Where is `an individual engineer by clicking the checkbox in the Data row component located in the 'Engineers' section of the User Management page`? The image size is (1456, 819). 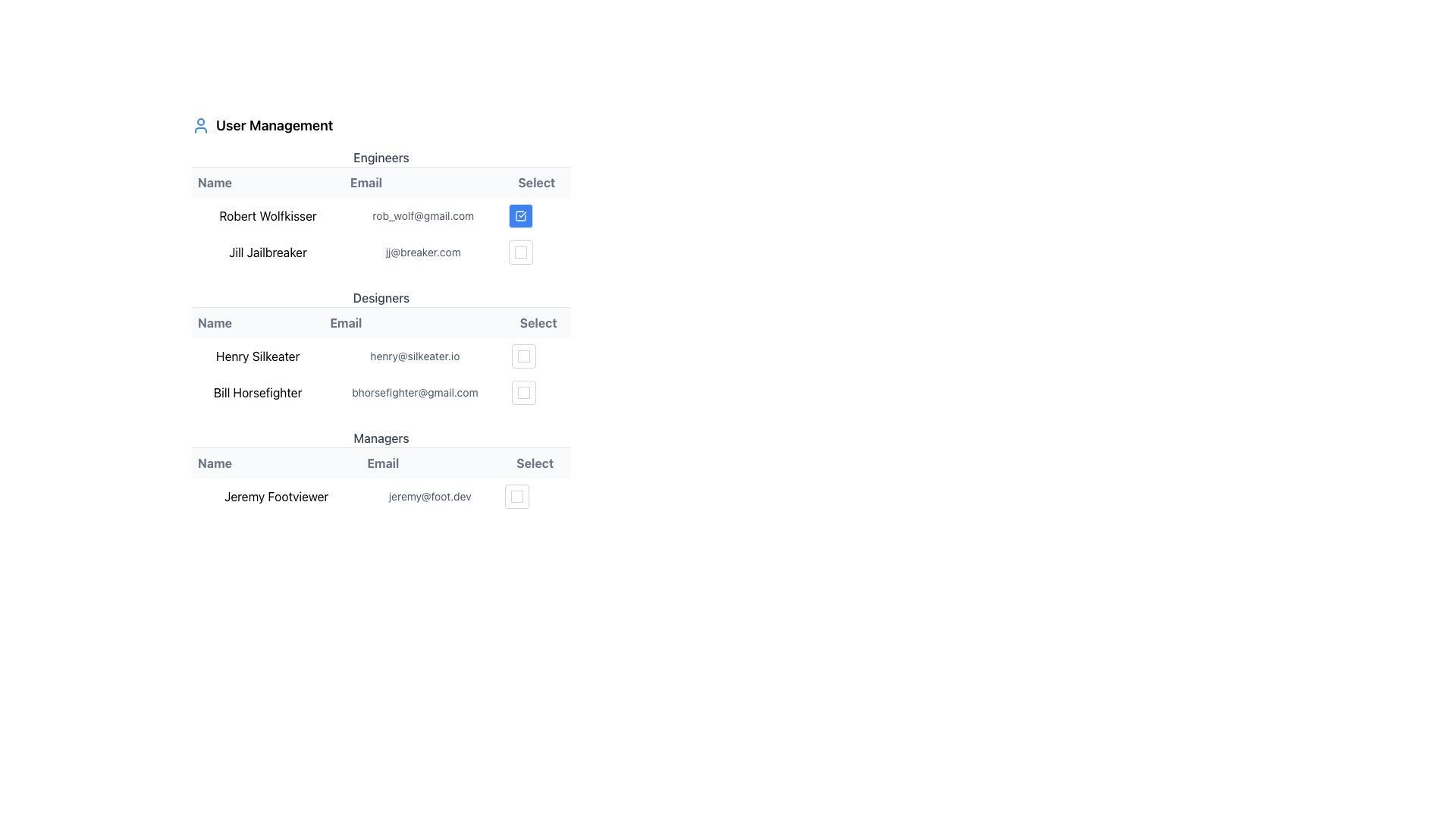
an individual engineer by clicking the checkbox in the Data row component located in the 'Engineers' section of the User Management page is located at coordinates (381, 234).